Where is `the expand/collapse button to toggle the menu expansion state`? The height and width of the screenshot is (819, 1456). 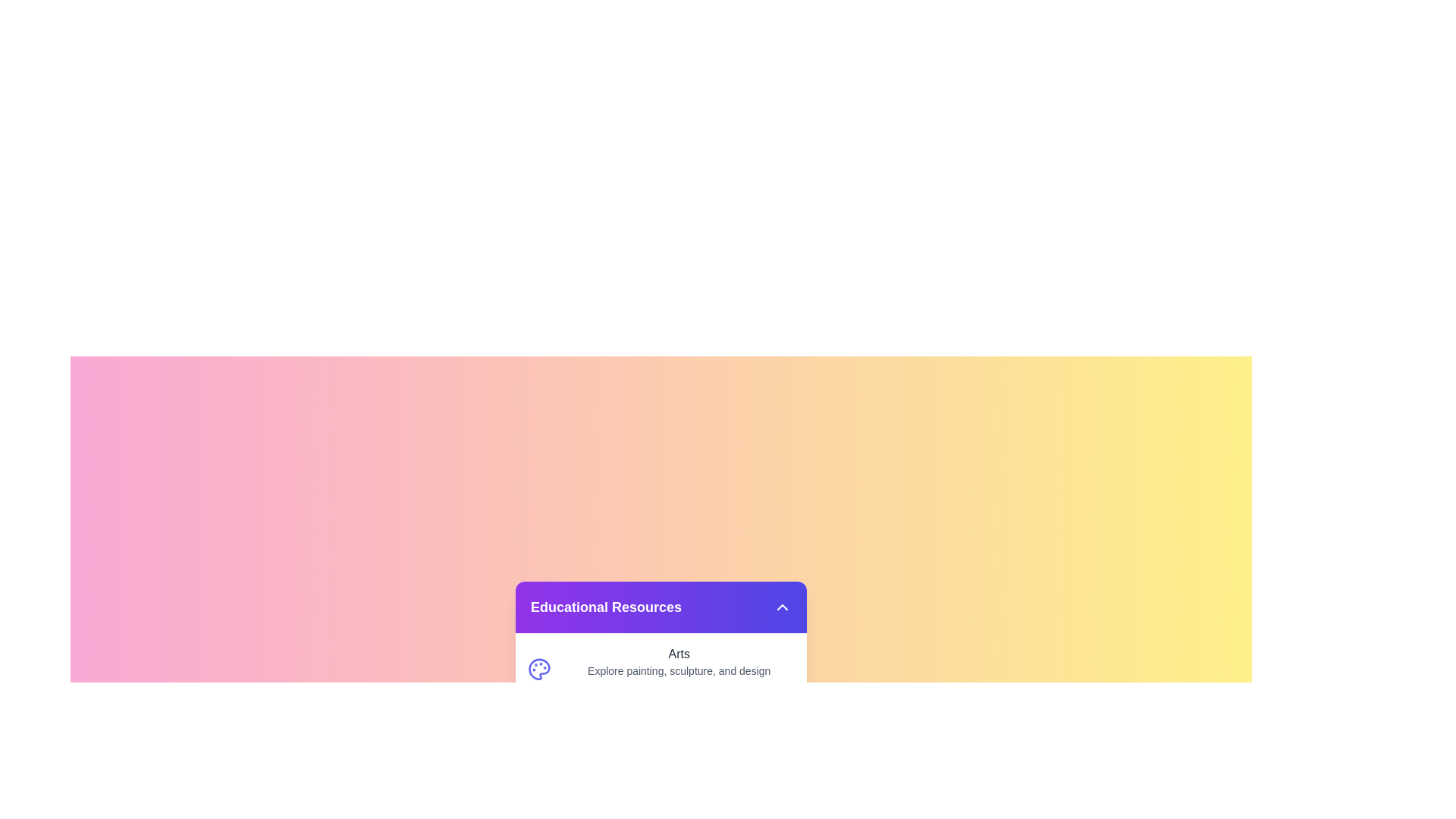 the expand/collapse button to toggle the menu expansion state is located at coordinates (783, 606).